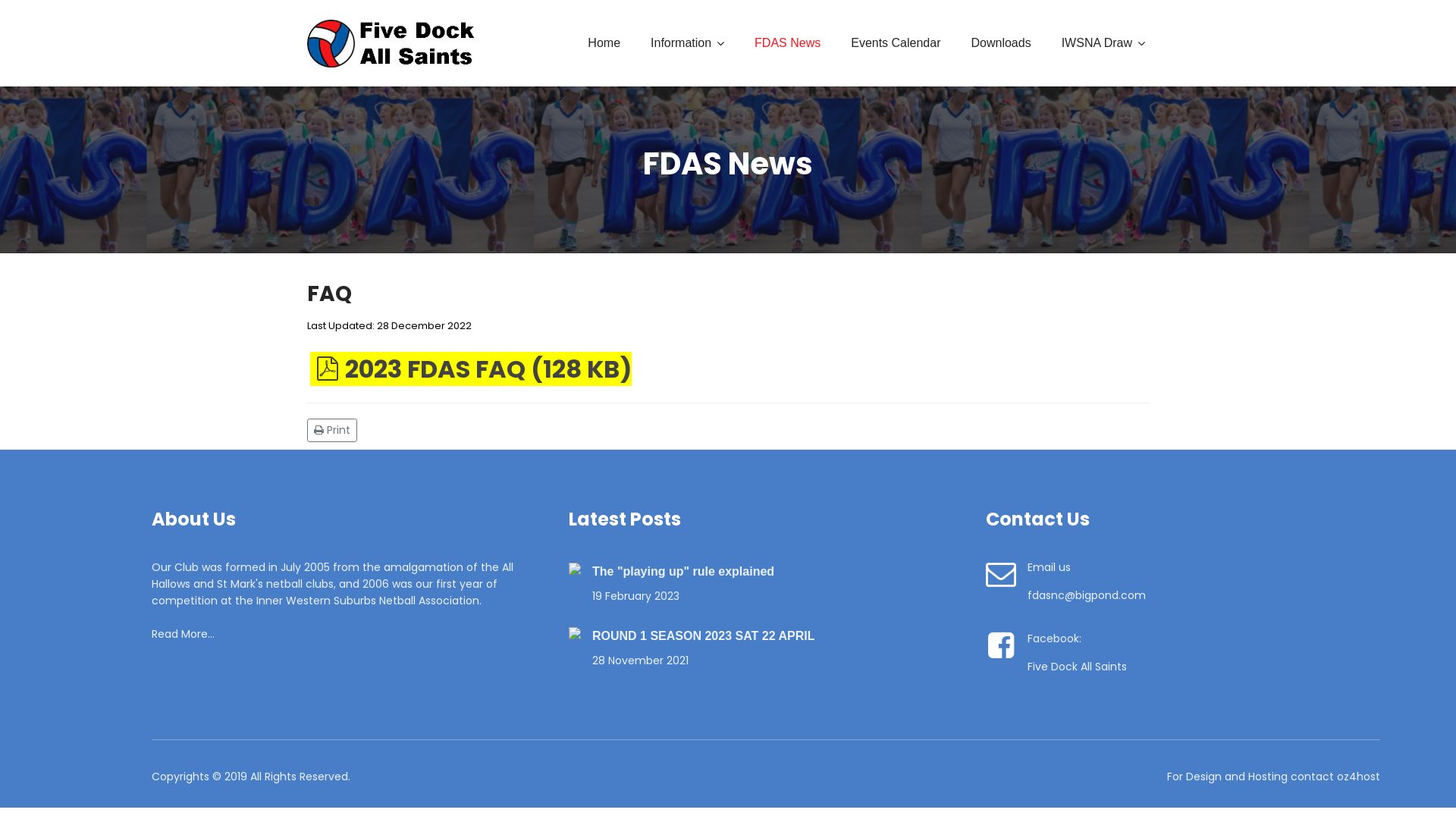 This screenshot has height=819, width=1456. What do you see at coordinates (603, 42) in the screenshot?
I see `'Home'` at bounding box center [603, 42].